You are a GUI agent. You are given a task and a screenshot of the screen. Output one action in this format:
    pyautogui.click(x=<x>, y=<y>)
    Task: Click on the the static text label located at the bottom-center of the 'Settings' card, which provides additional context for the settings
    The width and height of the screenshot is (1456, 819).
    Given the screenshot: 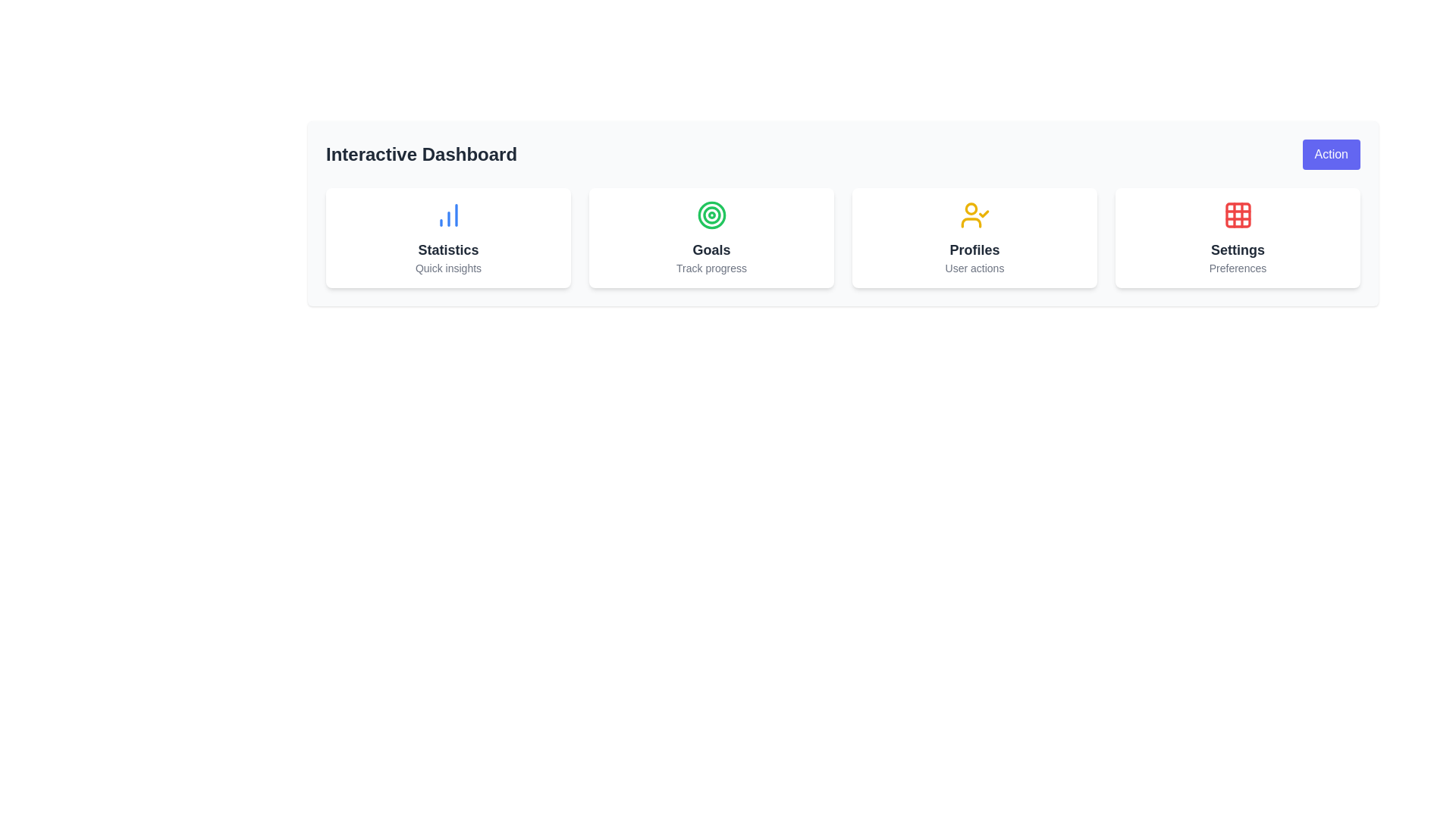 What is the action you would take?
    pyautogui.click(x=1238, y=268)
    